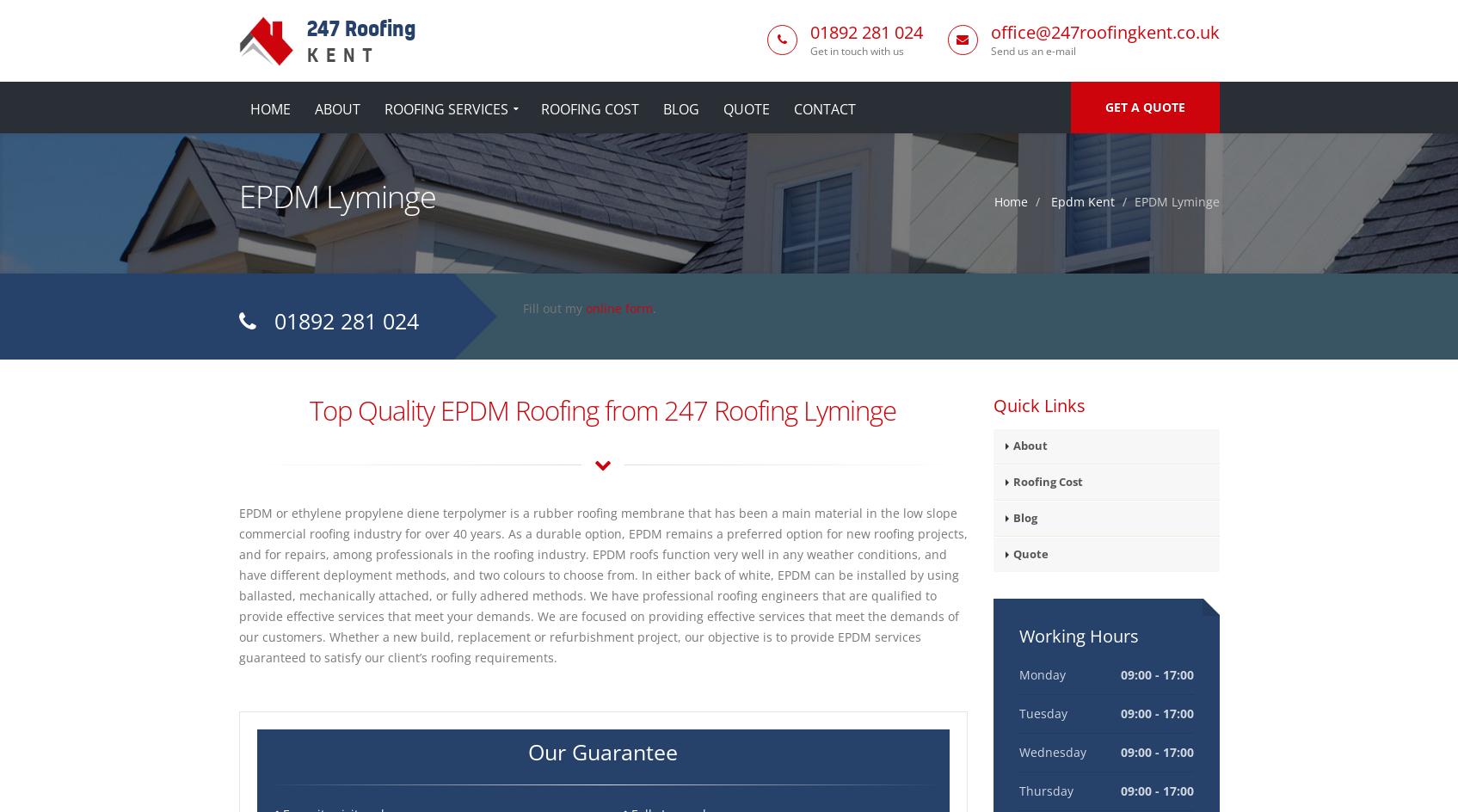  I want to click on 'online form', so click(585, 308).